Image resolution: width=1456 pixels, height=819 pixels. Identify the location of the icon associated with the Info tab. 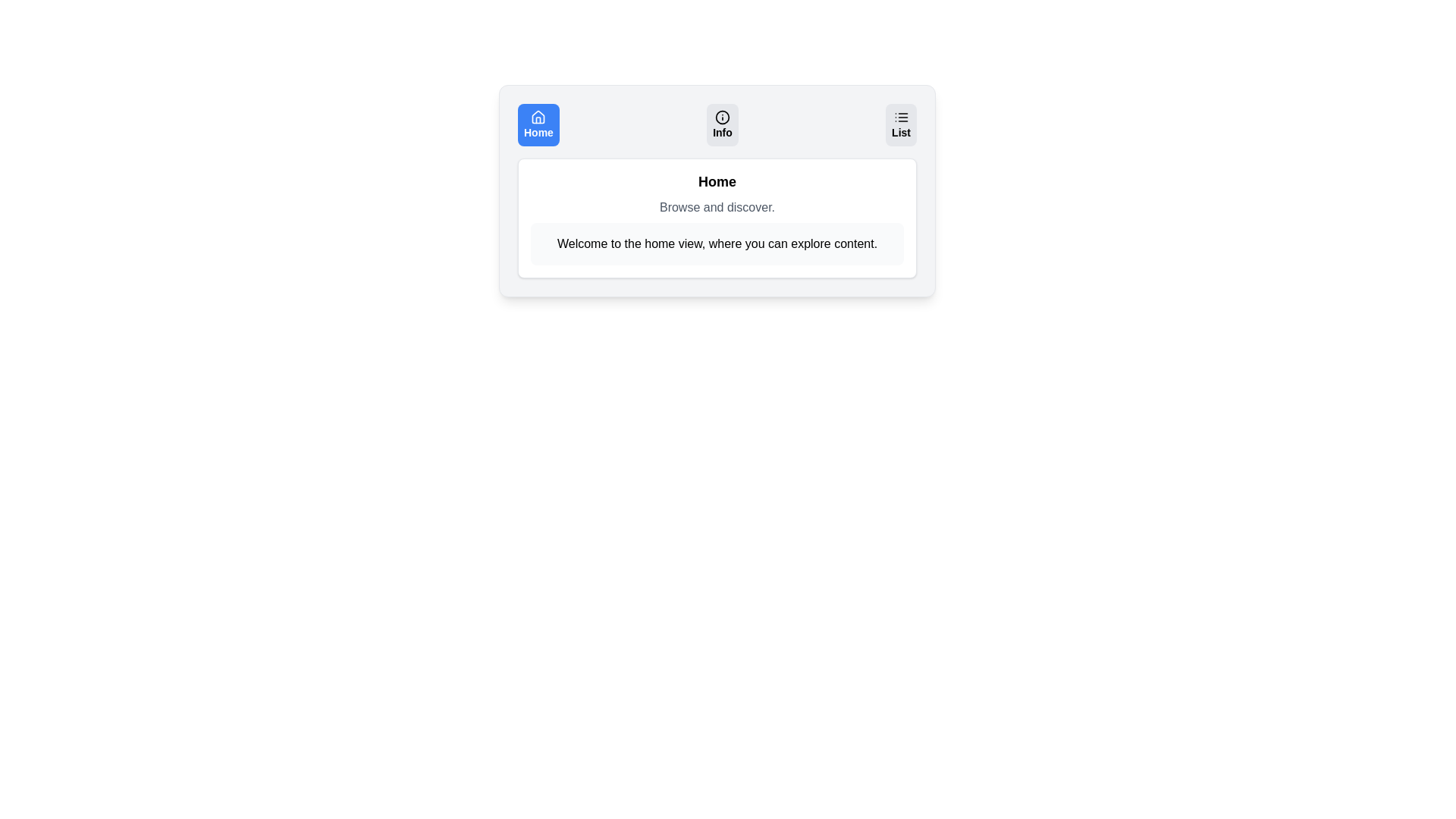
(722, 116).